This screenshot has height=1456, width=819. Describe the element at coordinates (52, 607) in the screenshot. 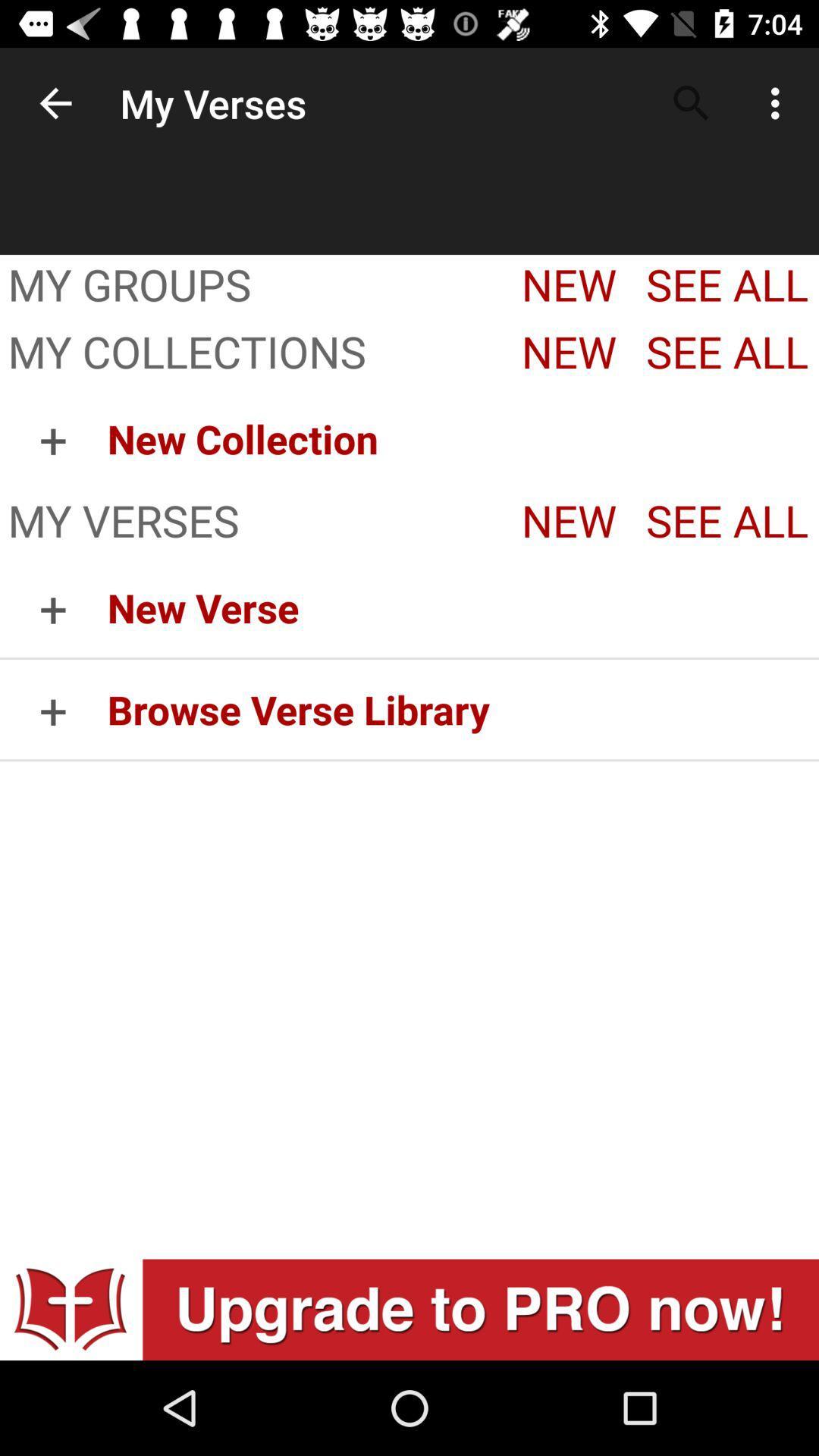

I see `icon below the my verses app` at that location.